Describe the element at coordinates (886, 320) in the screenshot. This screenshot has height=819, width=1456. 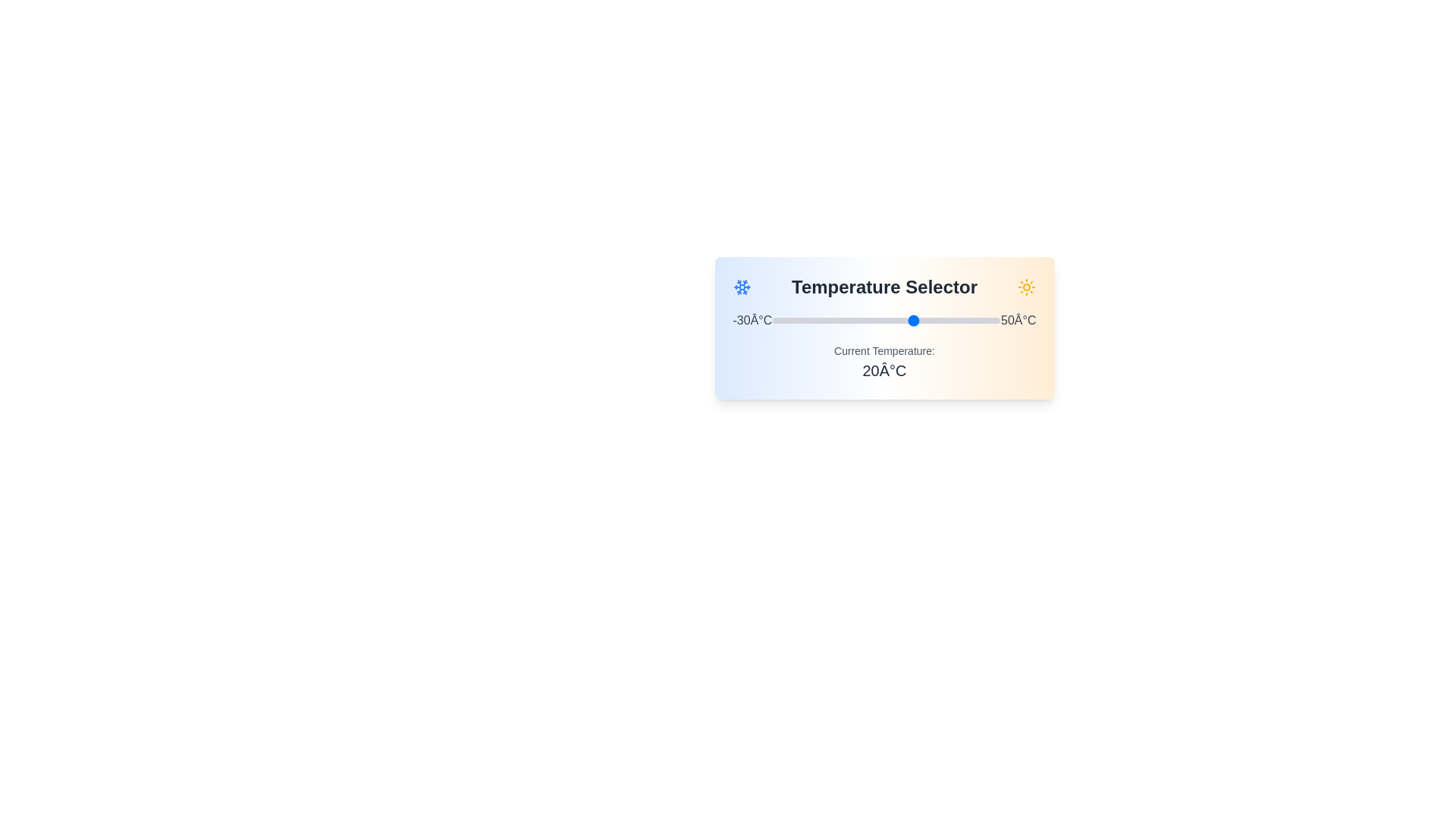
I see `the track of the horizontal slider for the temperature range between -30°C and 50°C to set the temperature` at that location.